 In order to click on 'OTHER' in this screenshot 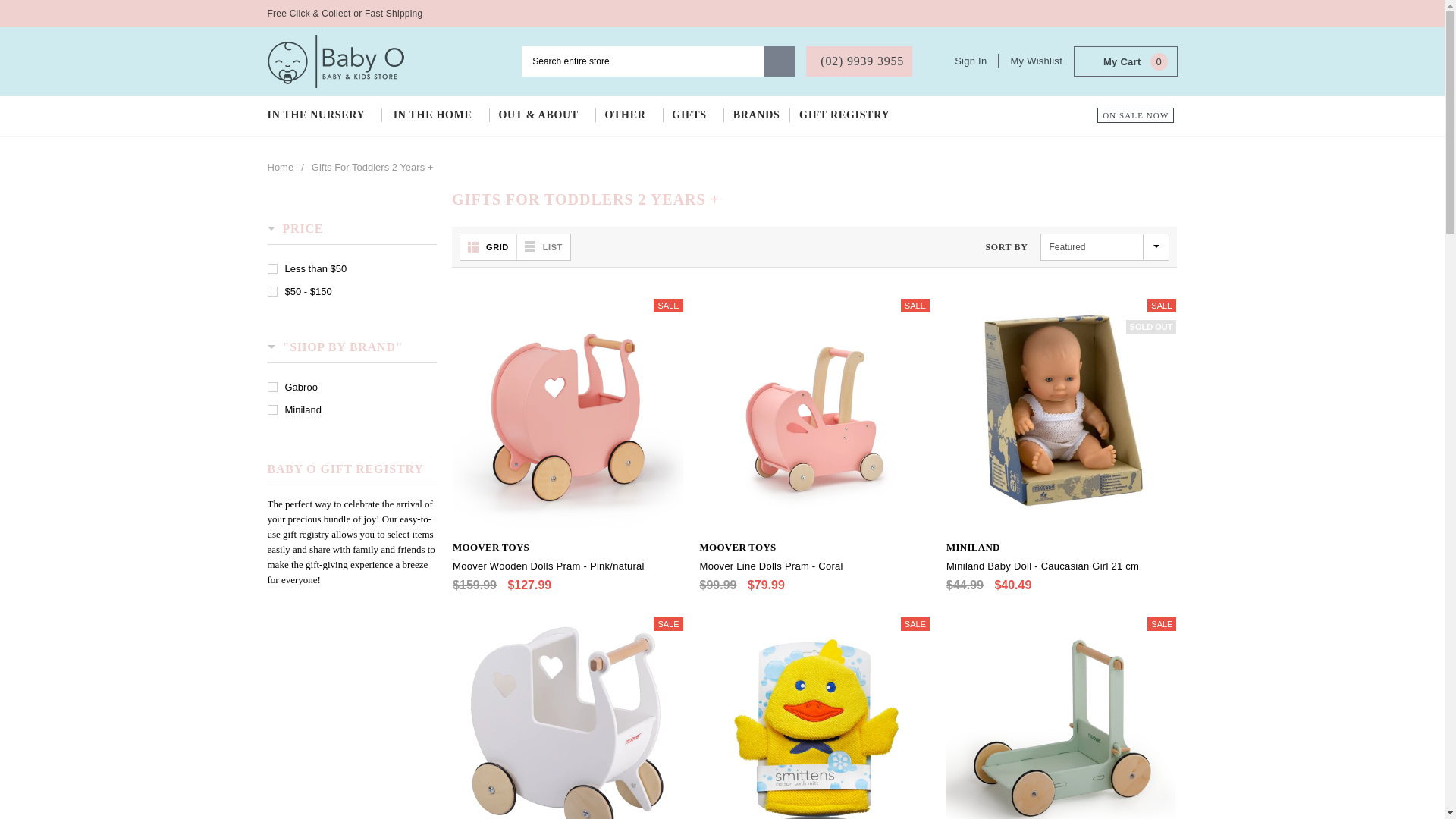, I will do `click(628, 115)`.